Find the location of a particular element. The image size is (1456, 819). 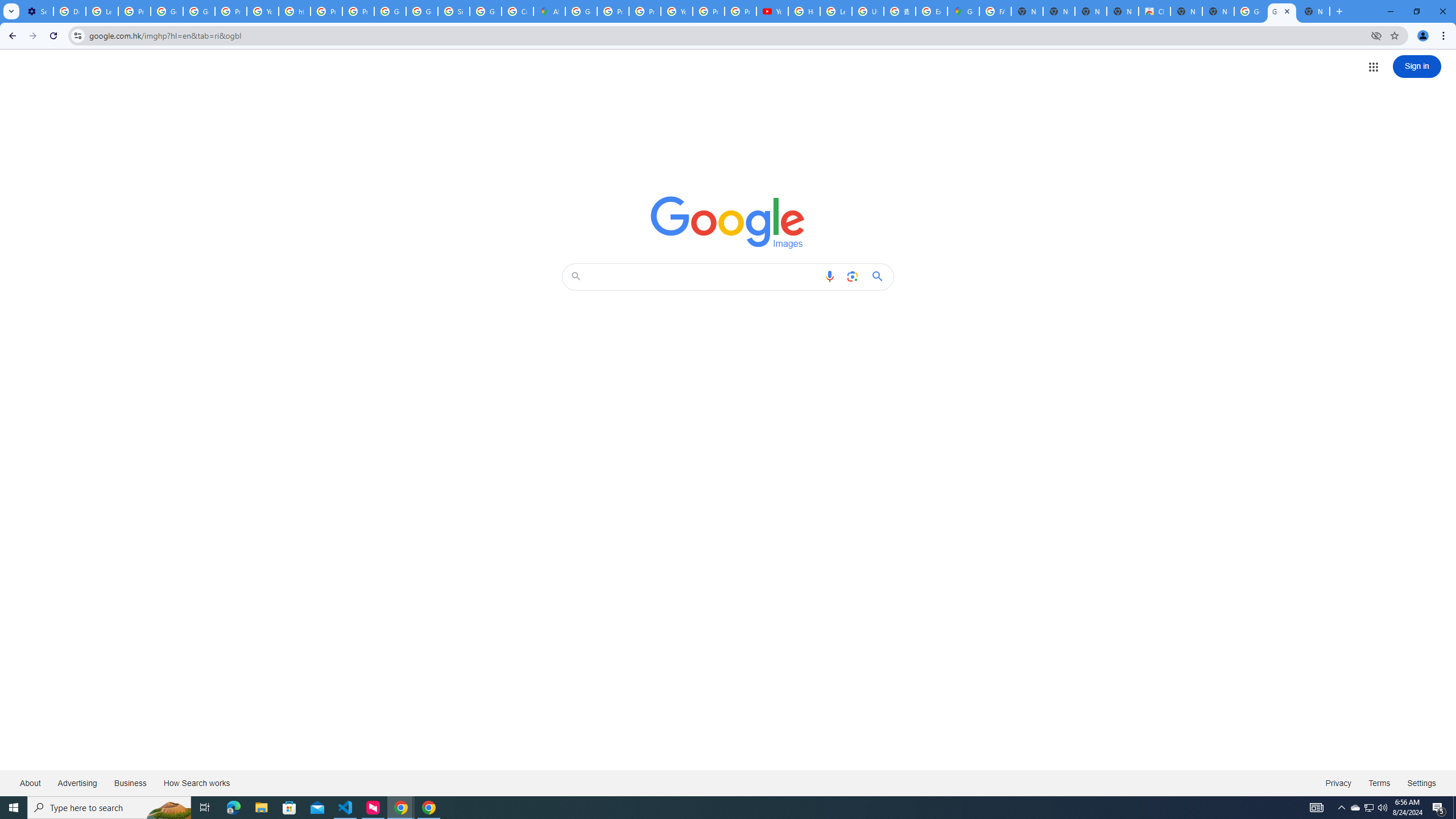

'Google Maps' is located at coordinates (962, 11).